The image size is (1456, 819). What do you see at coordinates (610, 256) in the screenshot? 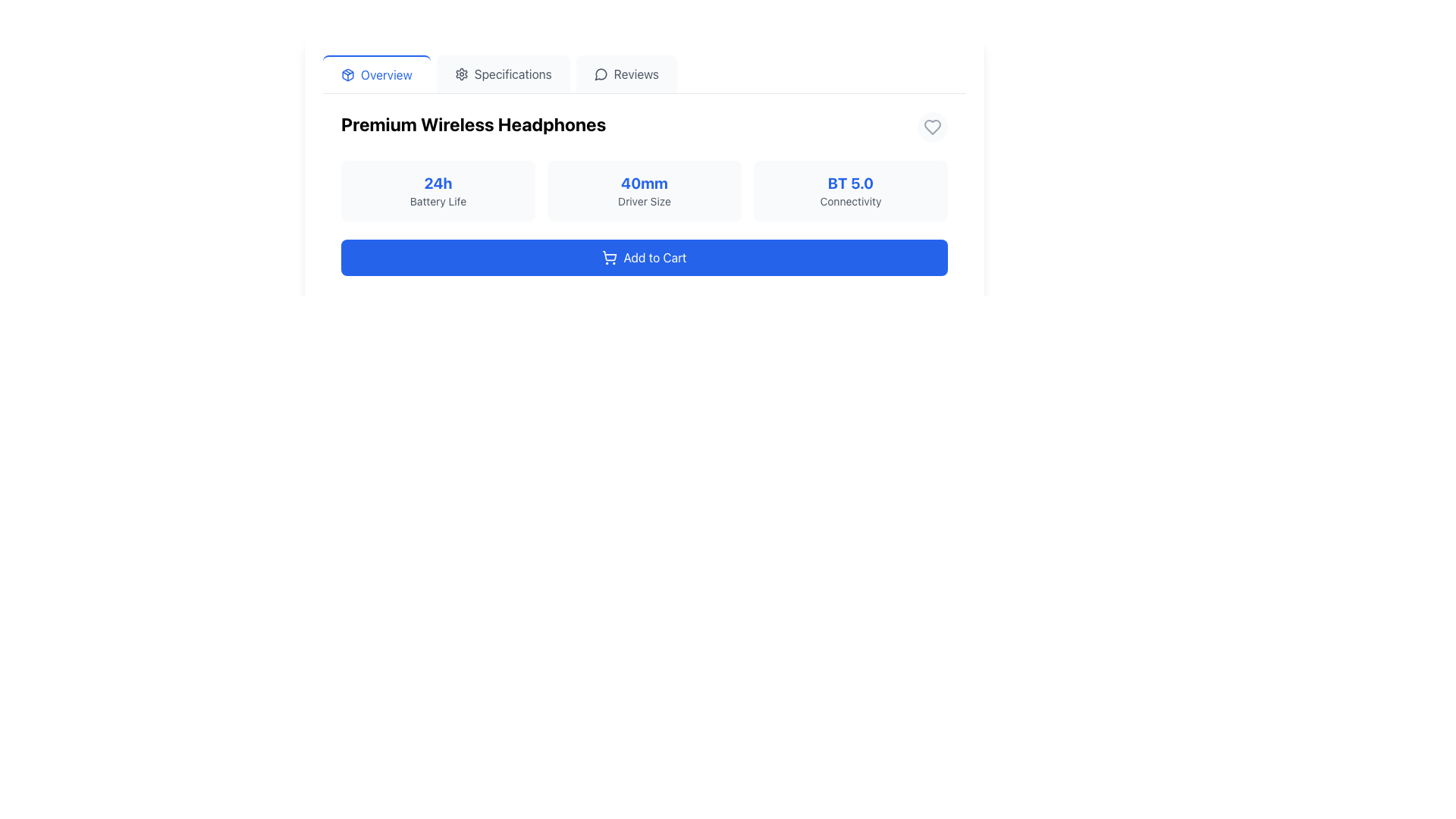
I see `the shopping cart icon located on the left side of the 'Add to Cart' button, which visually complements the button's functionality` at bounding box center [610, 256].